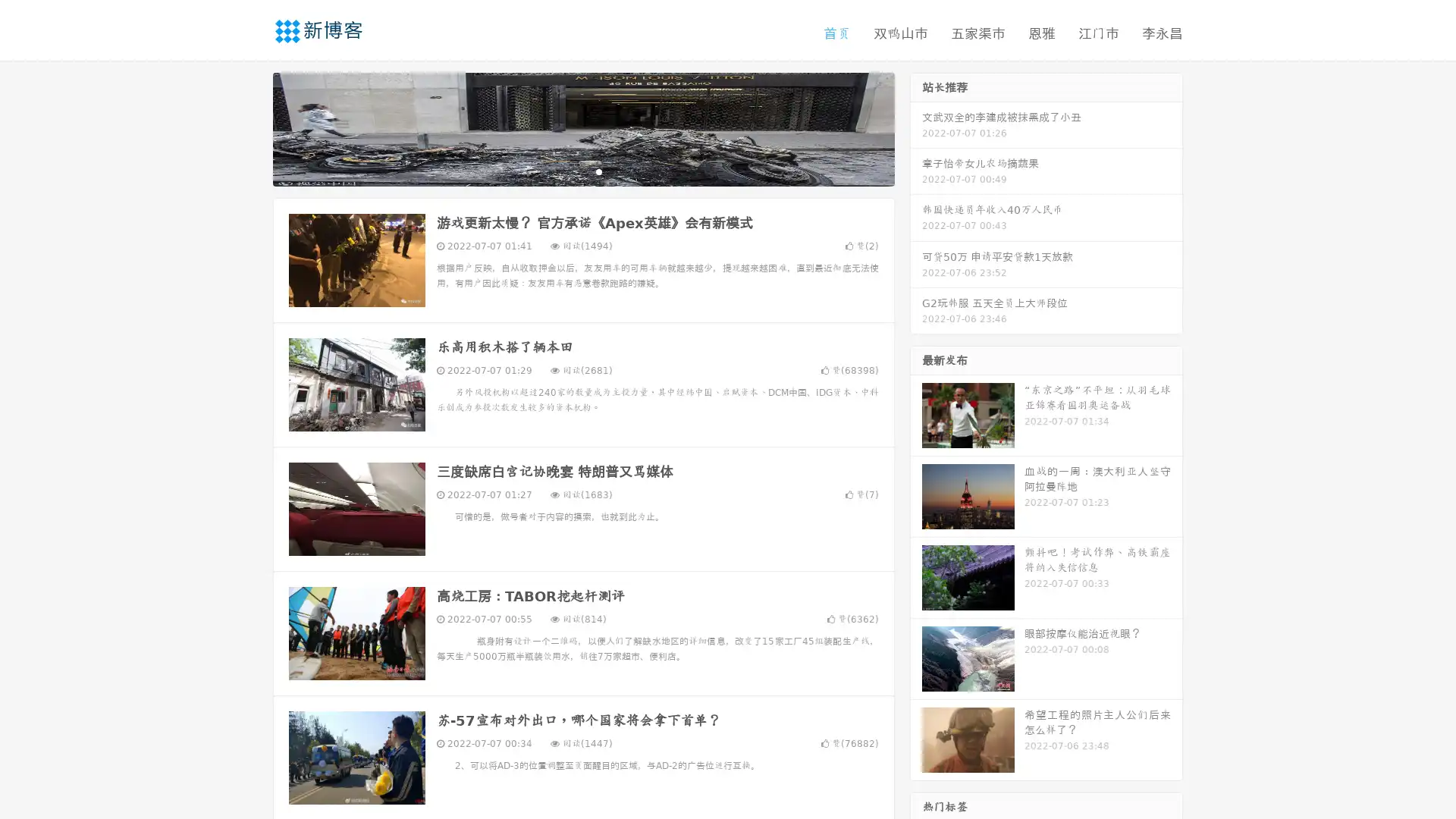  What do you see at coordinates (598, 171) in the screenshot?
I see `Go to slide 3` at bounding box center [598, 171].